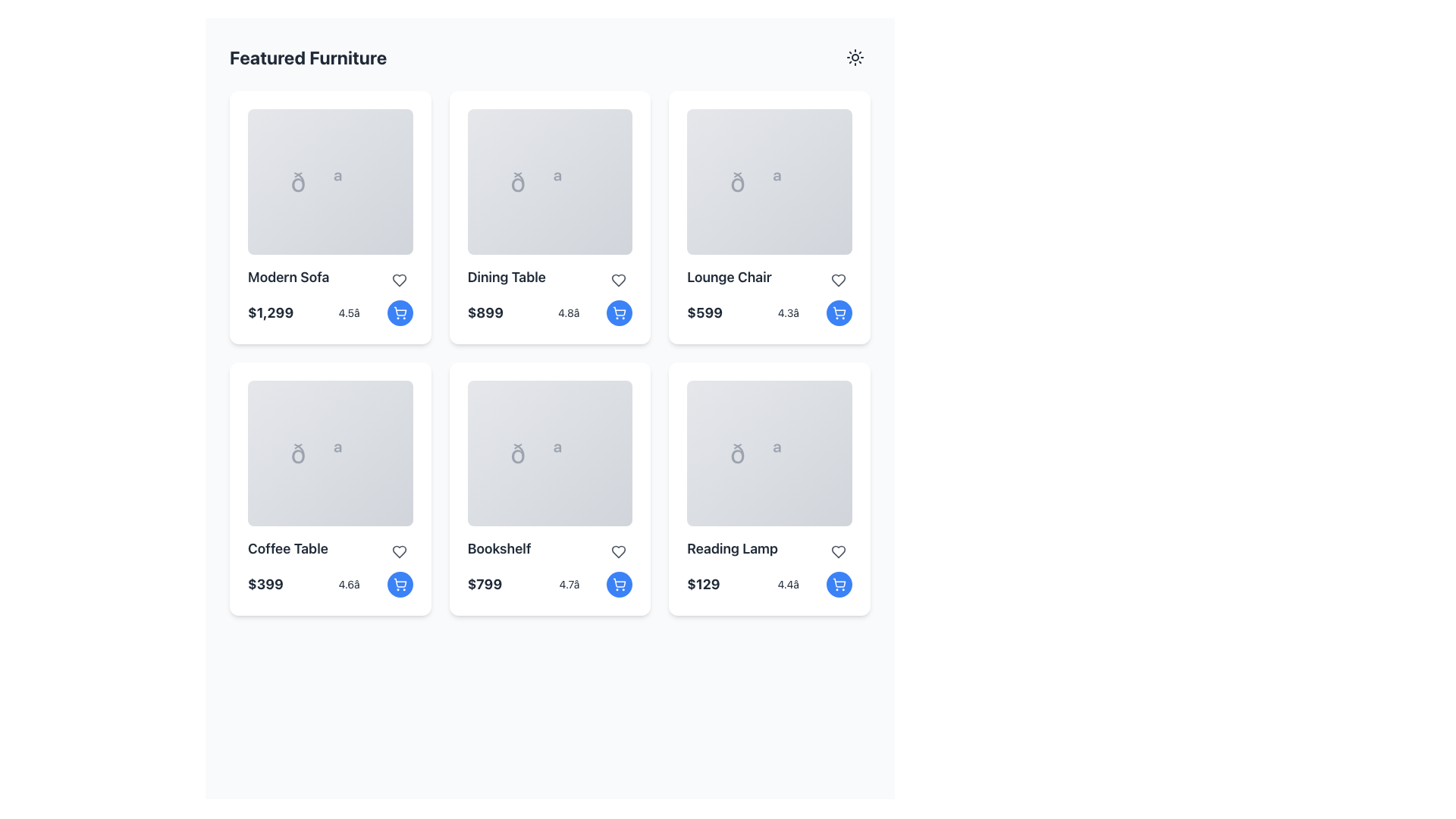 This screenshot has height=819, width=1456. I want to click on the heart icon representing the favorite functionality for the Lounge Chair, located in the third column of the first row of the grid layout, so click(837, 281).